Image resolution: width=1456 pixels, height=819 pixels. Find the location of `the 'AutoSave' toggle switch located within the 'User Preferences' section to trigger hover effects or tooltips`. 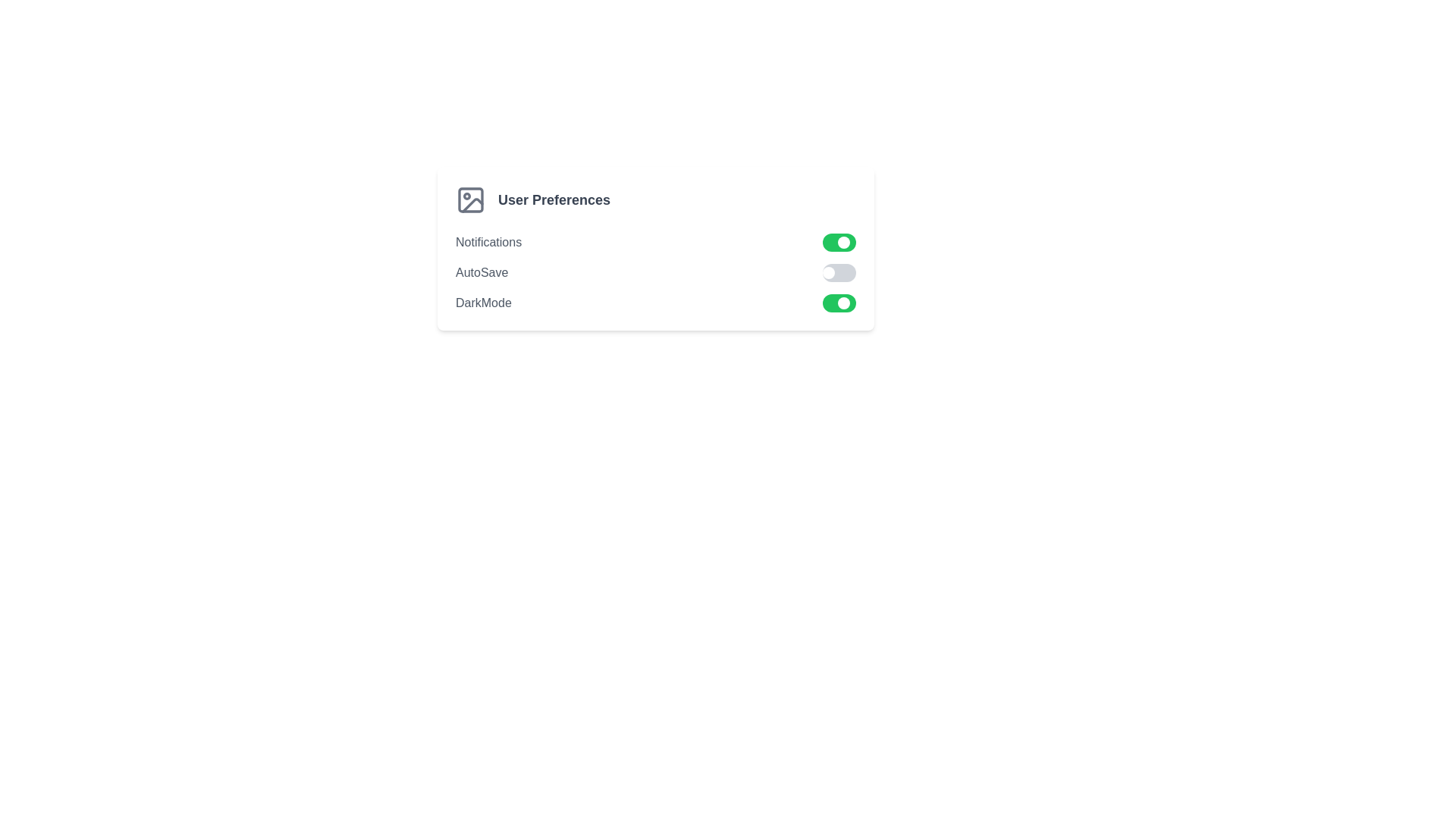

the 'AutoSave' toggle switch located within the 'User Preferences' section to trigger hover effects or tooltips is located at coordinates (839, 271).